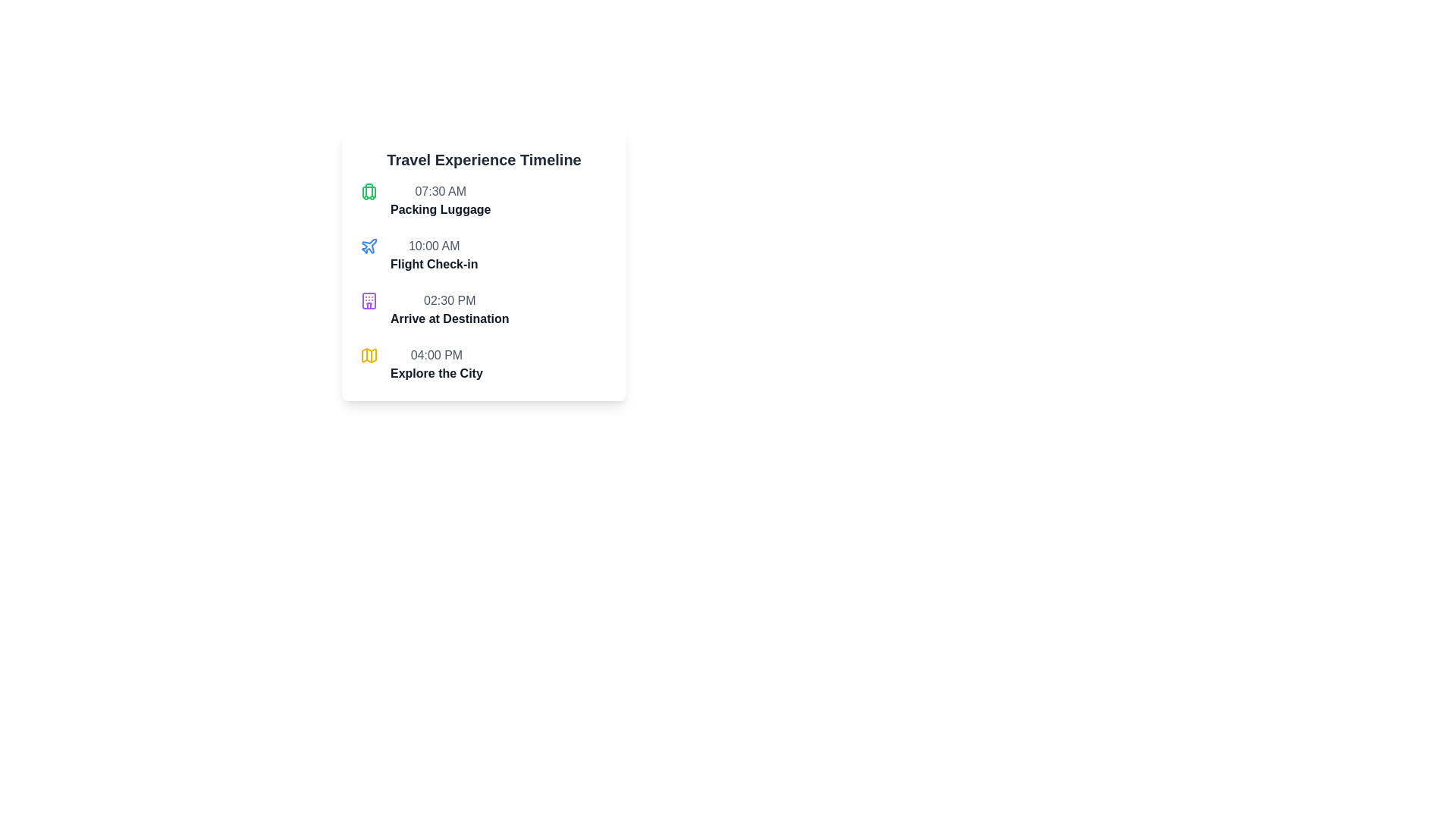  I want to click on the Text information block displaying '02:30 PM' and 'Arrive at Destination', which is styled with a lighter gray font and bold black text, located as the third item in a vertical list, so click(483, 309).